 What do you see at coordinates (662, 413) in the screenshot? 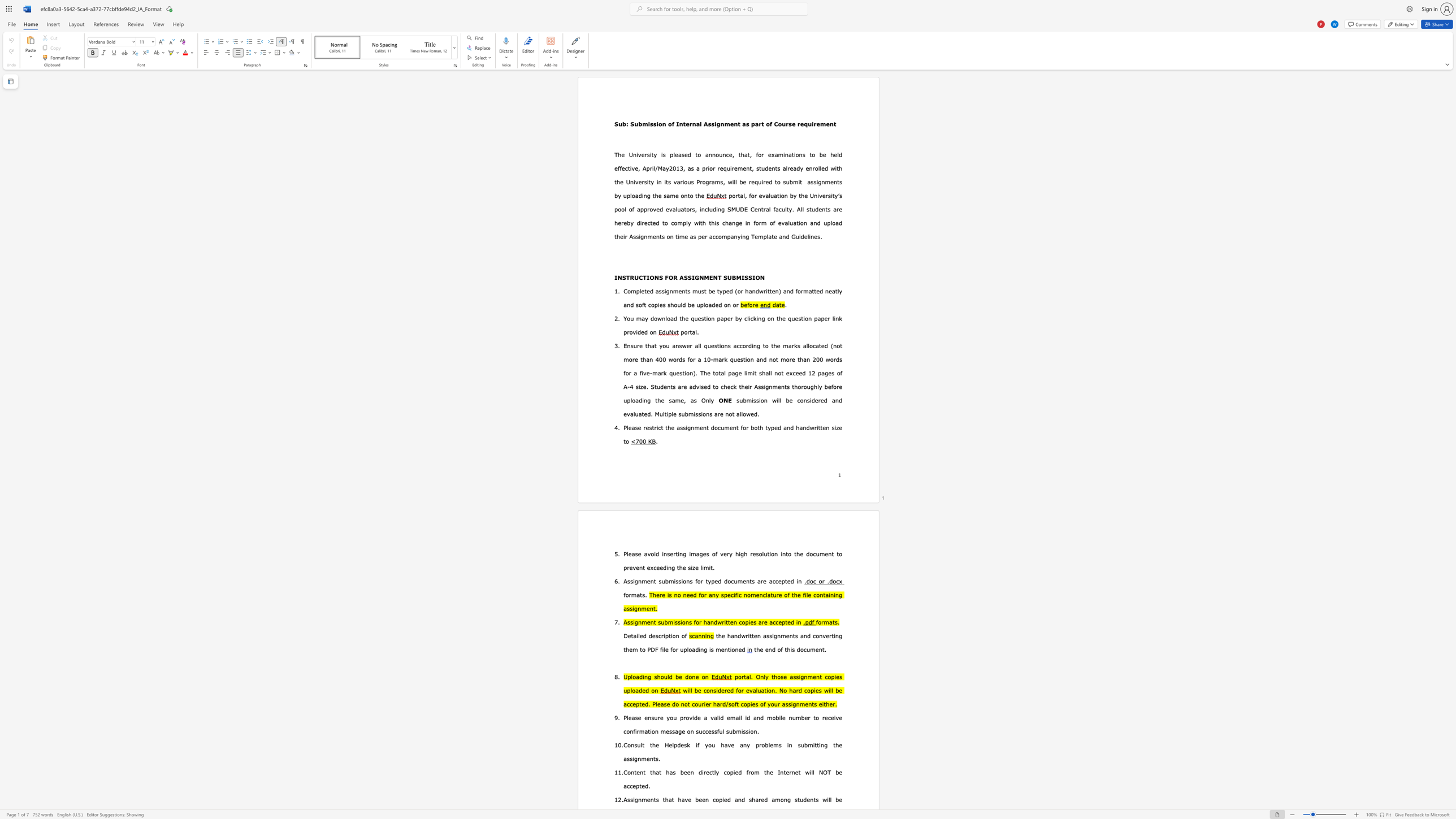
I see `the subset text "ltiple submissions are no" within the text "Multiple submissions are not allowed."` at bounding box center [662, 413].